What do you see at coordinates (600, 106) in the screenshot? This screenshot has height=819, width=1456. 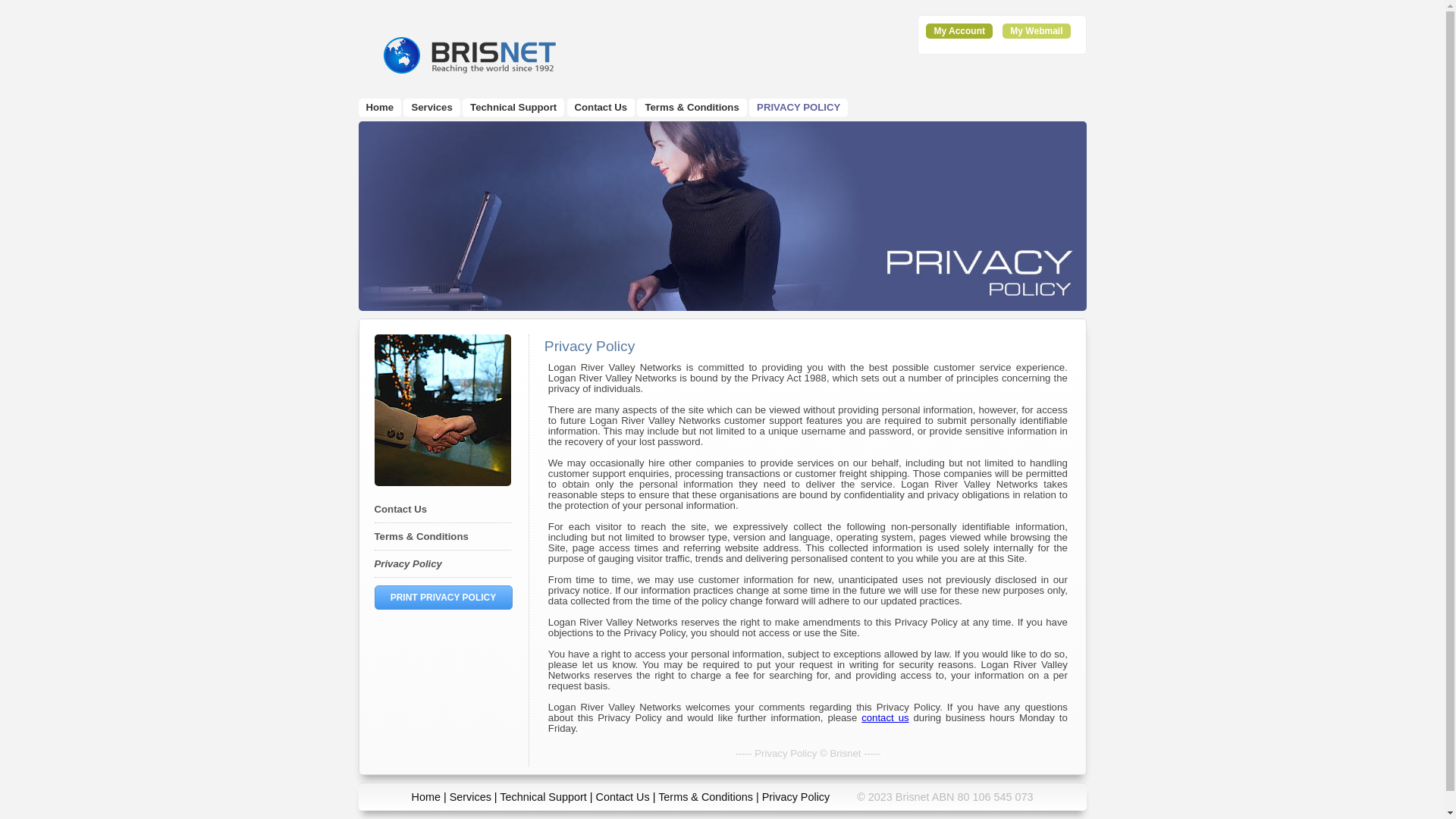 I see `'Contact Us'` at bounding box center [600, 106].